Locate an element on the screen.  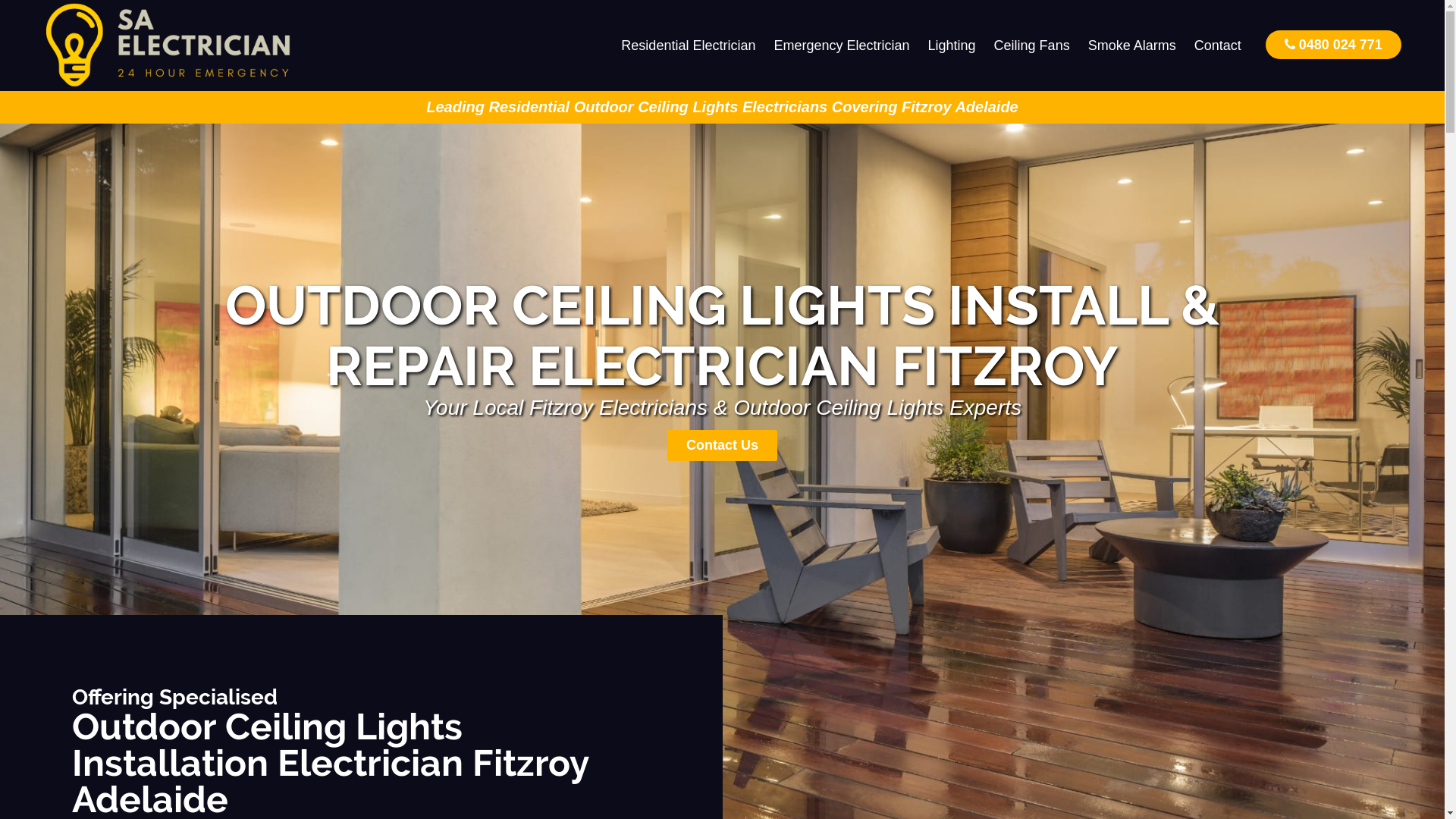
'Lighting' is located at coordinates (951, 45).